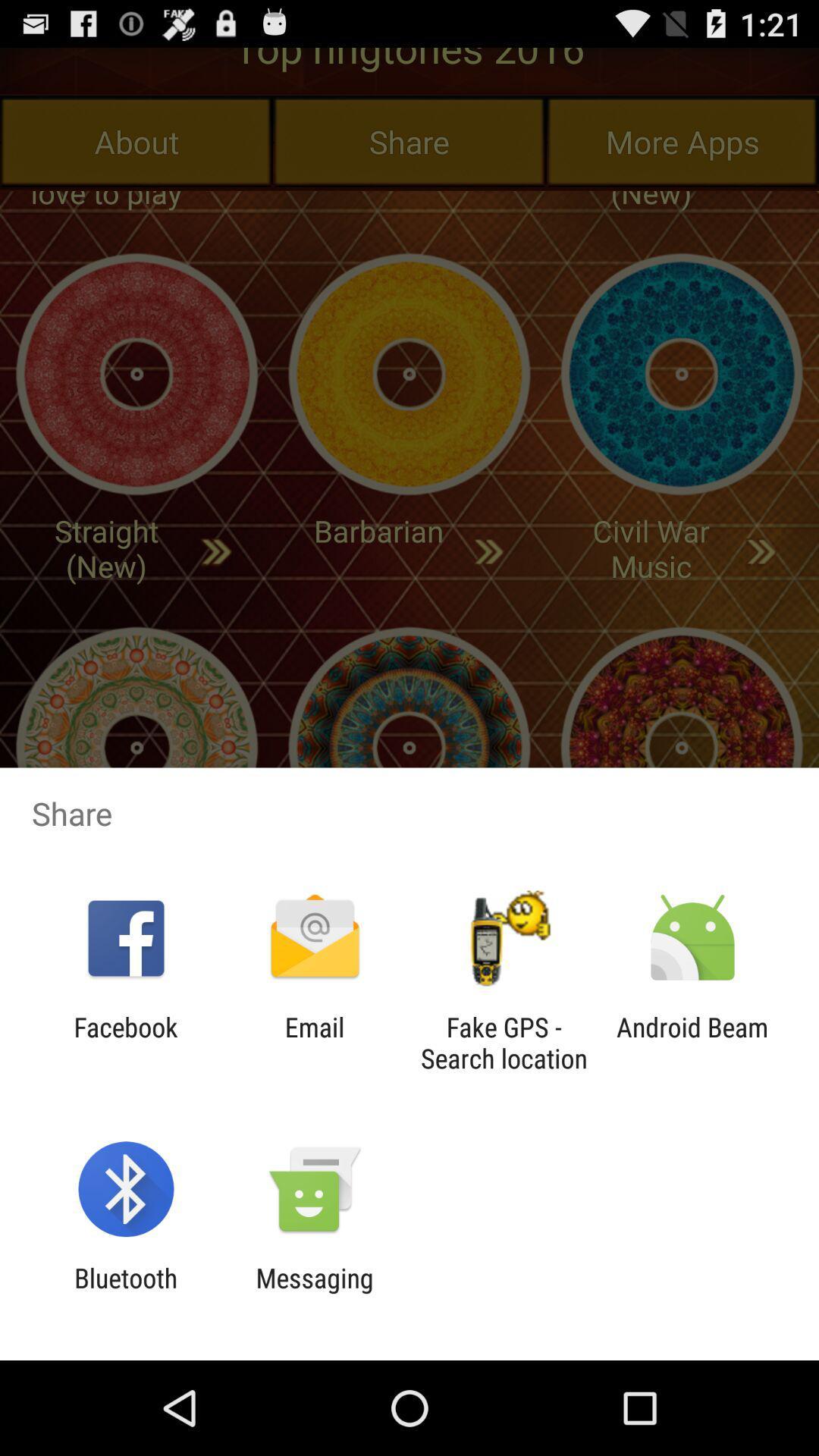 Image resolution: width=819 pixels, height=1456 pixels. What do you see at coordinates (314, 1293) in the screenshot?
I see `item to the right of bluetooth icon` at bounding box center [314, 1293].